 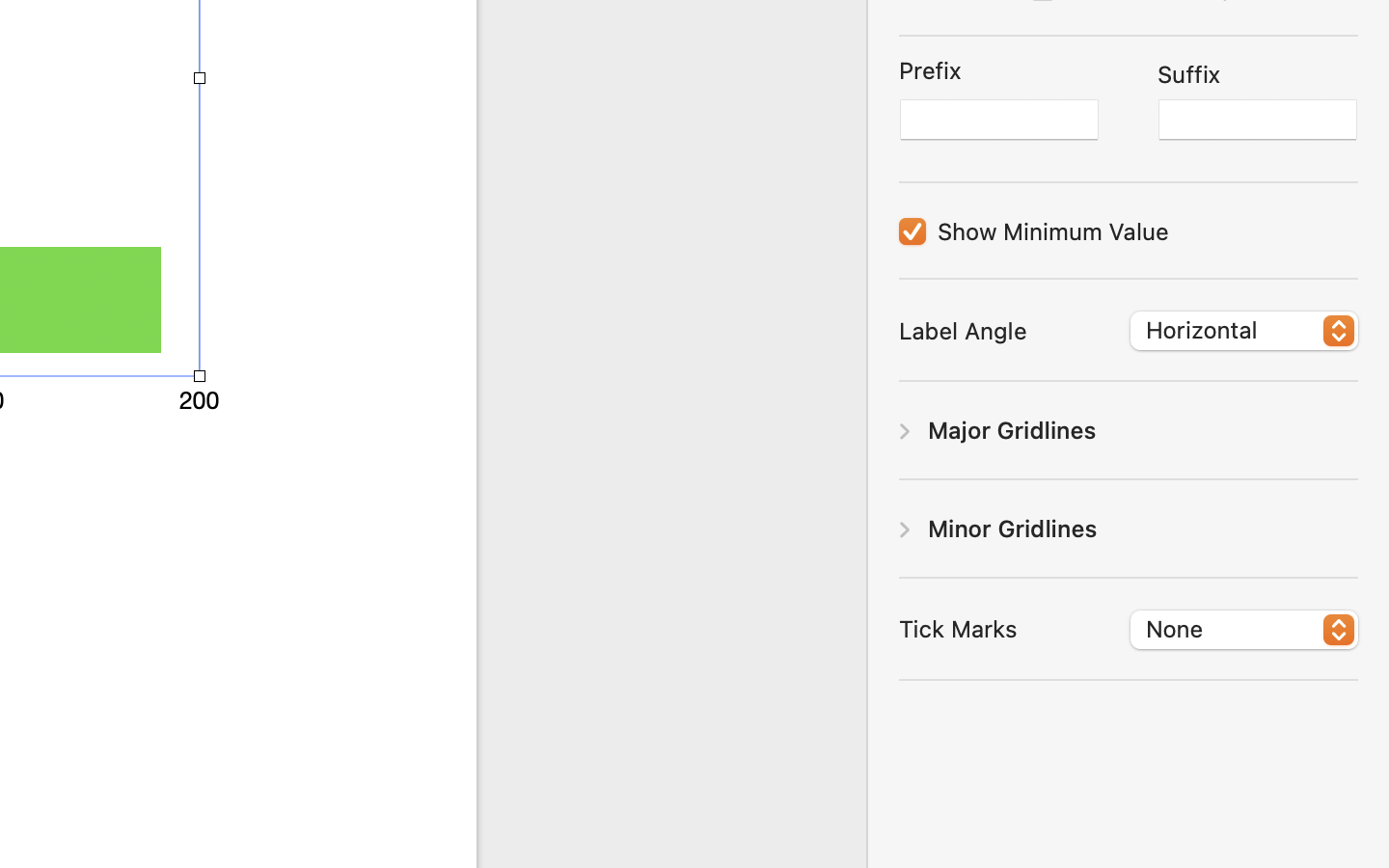 I want to click on 'Label Angle', so click(x=962, y=330).